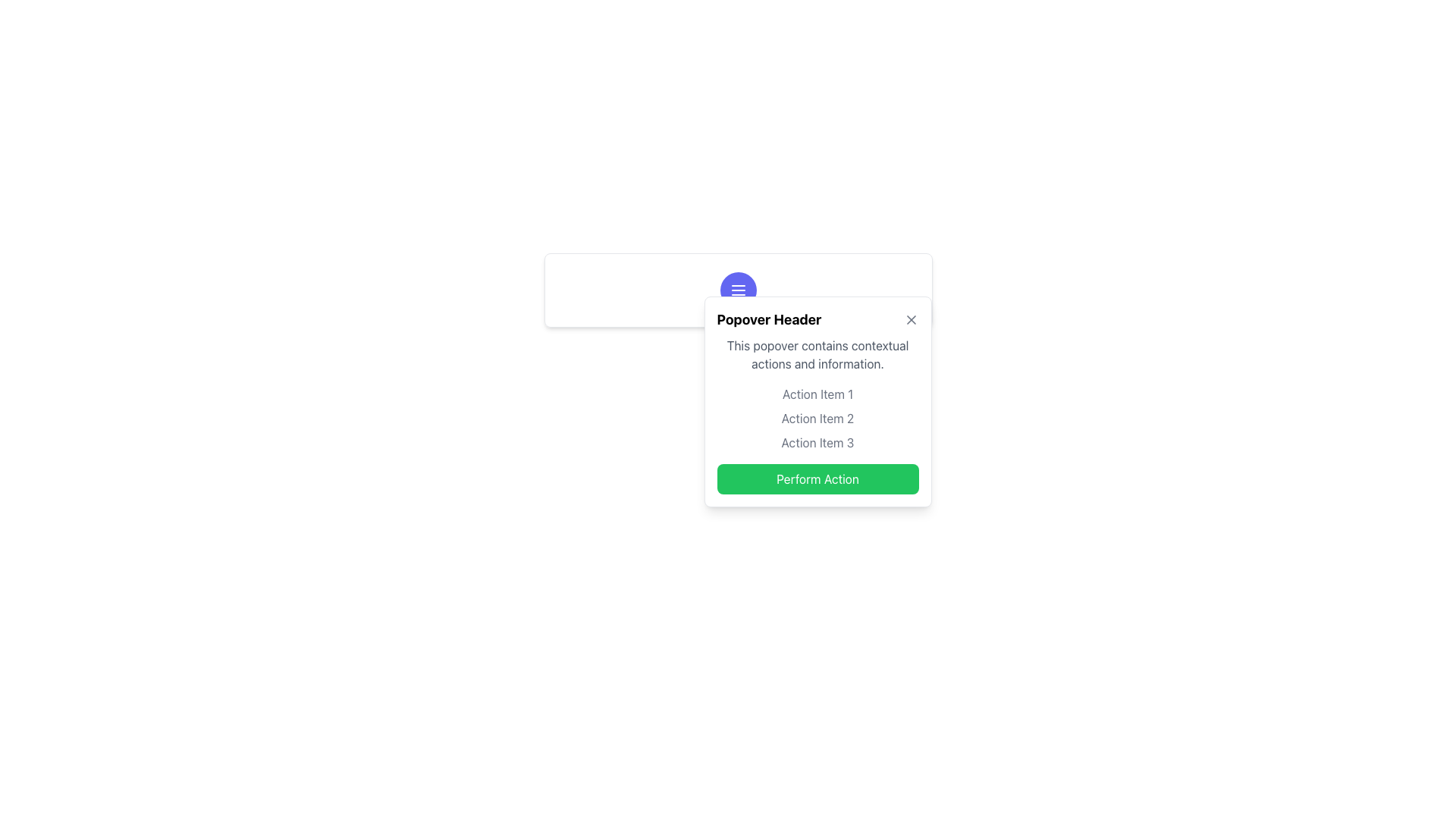 Image resolution: width=1456 pixels, height=819 pixels. Describe the element at coordinates (817, 418) in the screenshot. I see `the list of clickable text items located below the 'Popover Header' and above the 'Perform Action' button` at that location.